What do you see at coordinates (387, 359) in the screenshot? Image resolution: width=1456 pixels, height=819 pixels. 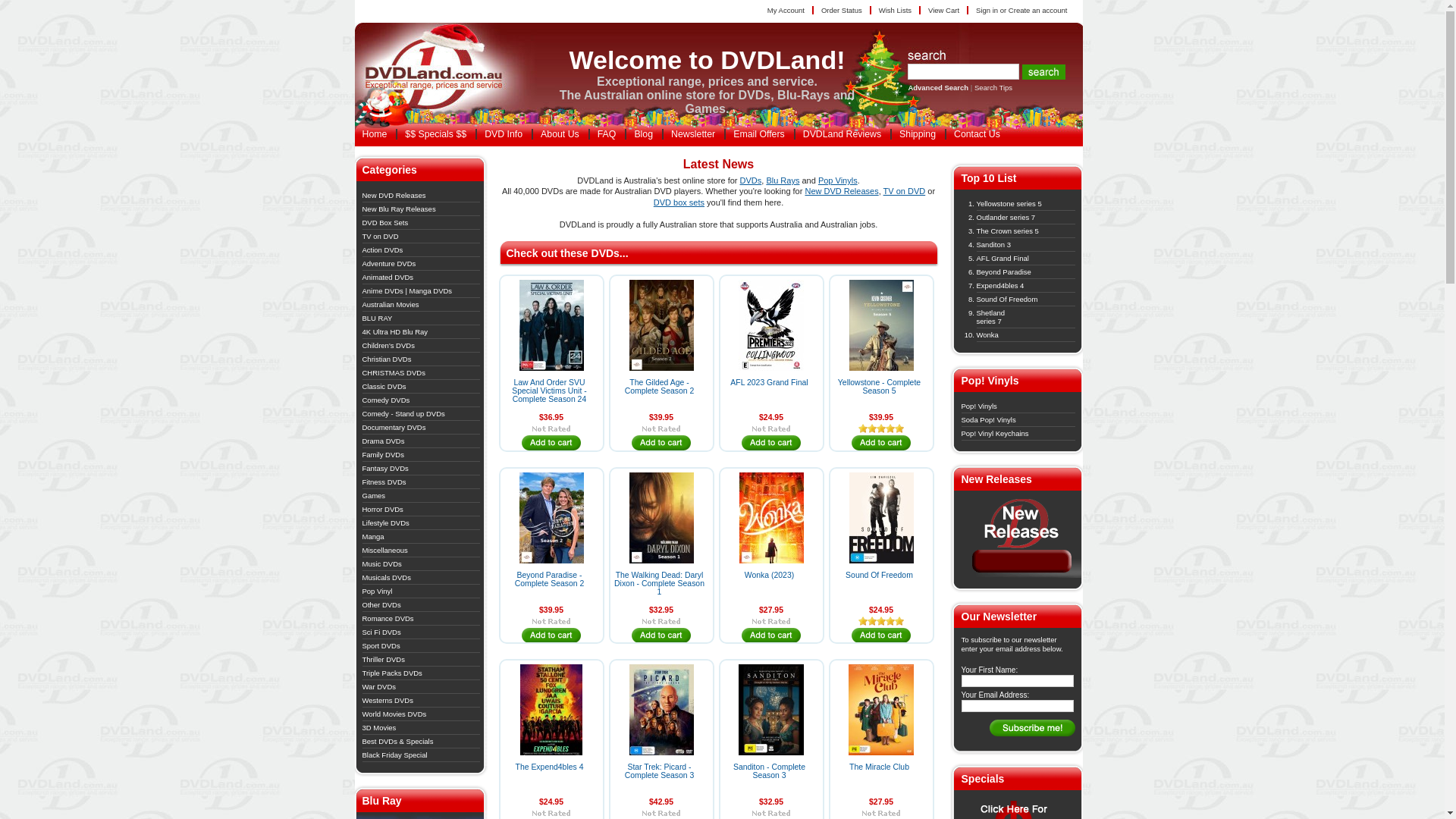 I see `'Christian DVDs'` at bounding box center [387, 359].